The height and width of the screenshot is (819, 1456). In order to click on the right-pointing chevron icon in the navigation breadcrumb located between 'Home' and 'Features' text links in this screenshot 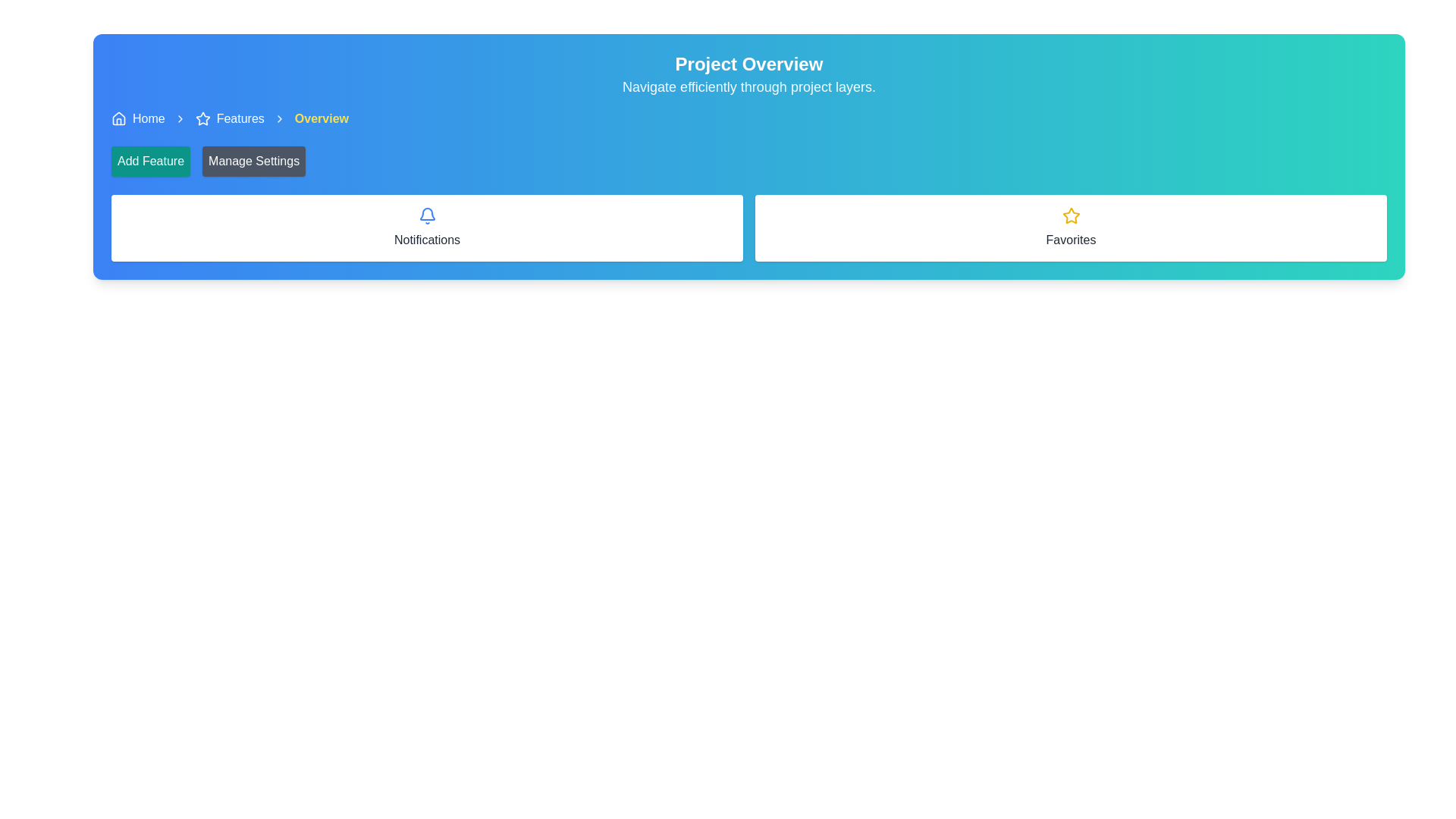, I will do `click(180, 118)`.